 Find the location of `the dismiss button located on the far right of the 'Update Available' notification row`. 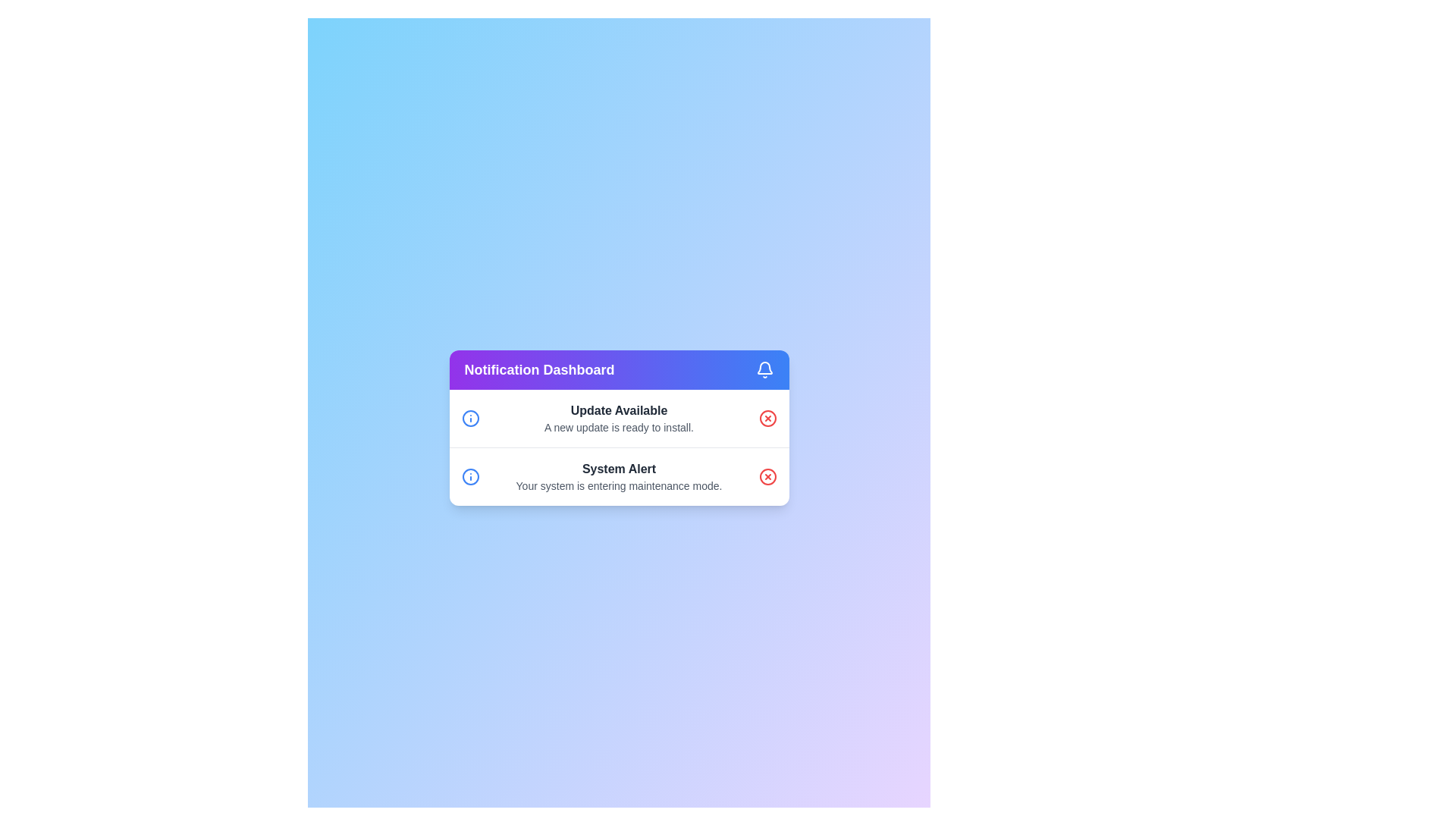

the dismiss button located on the far right of the 'Update Available' notification row is located at coordinates (767, 418).